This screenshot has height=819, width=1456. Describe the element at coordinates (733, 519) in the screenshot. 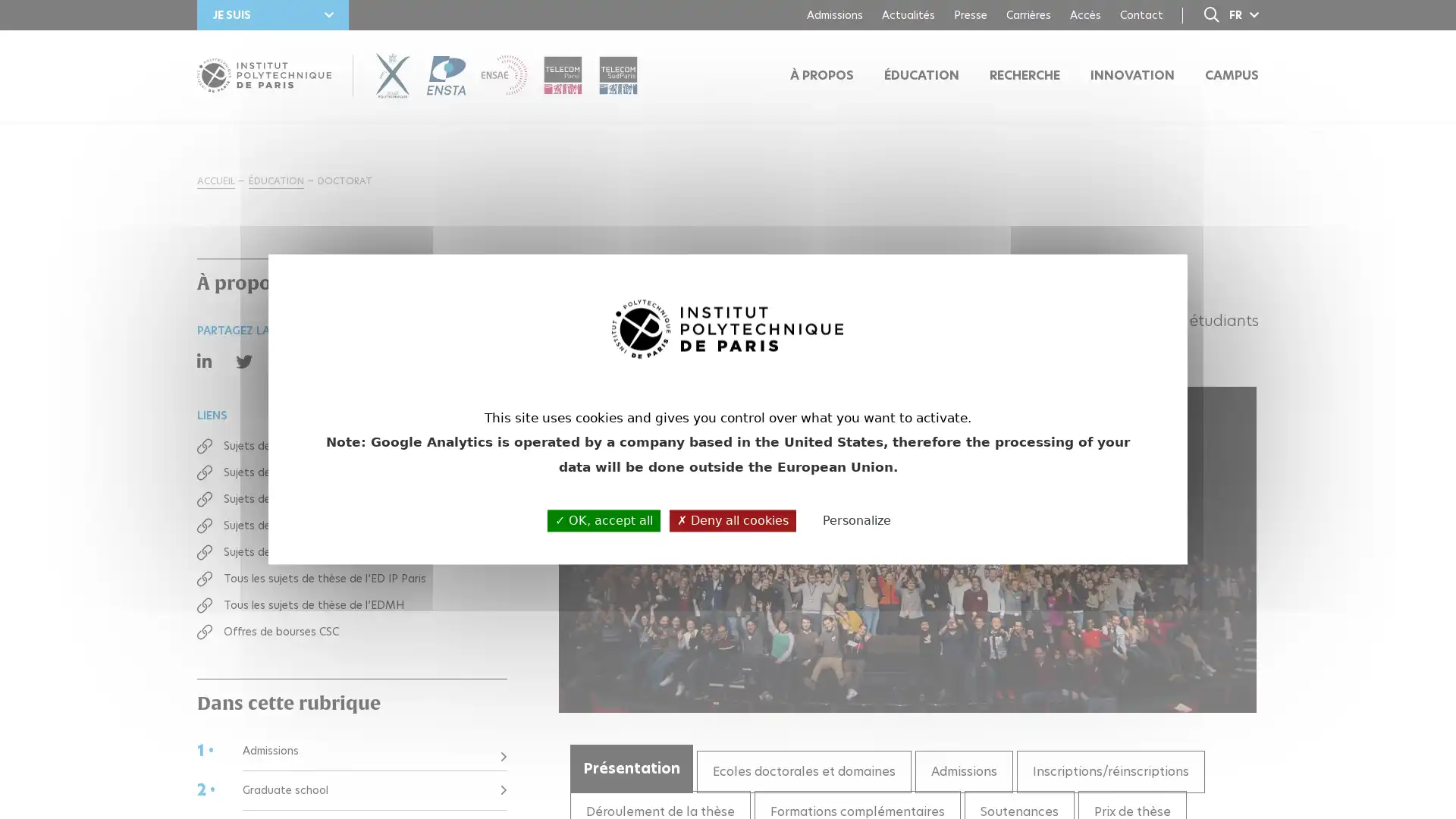

I see `Deny all cookies` at that location.